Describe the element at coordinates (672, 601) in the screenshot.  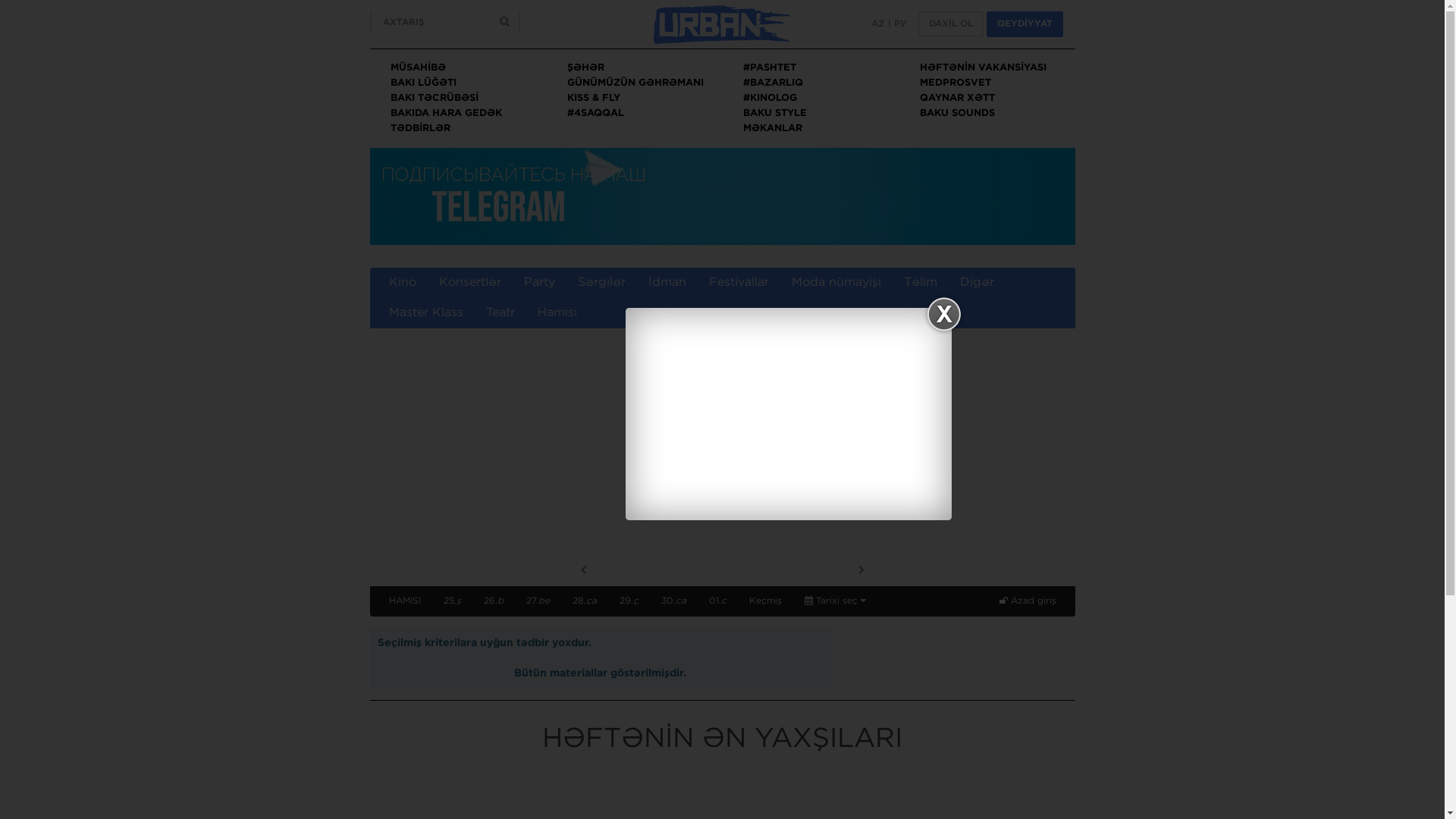
I see `'30.ca'` at that location.